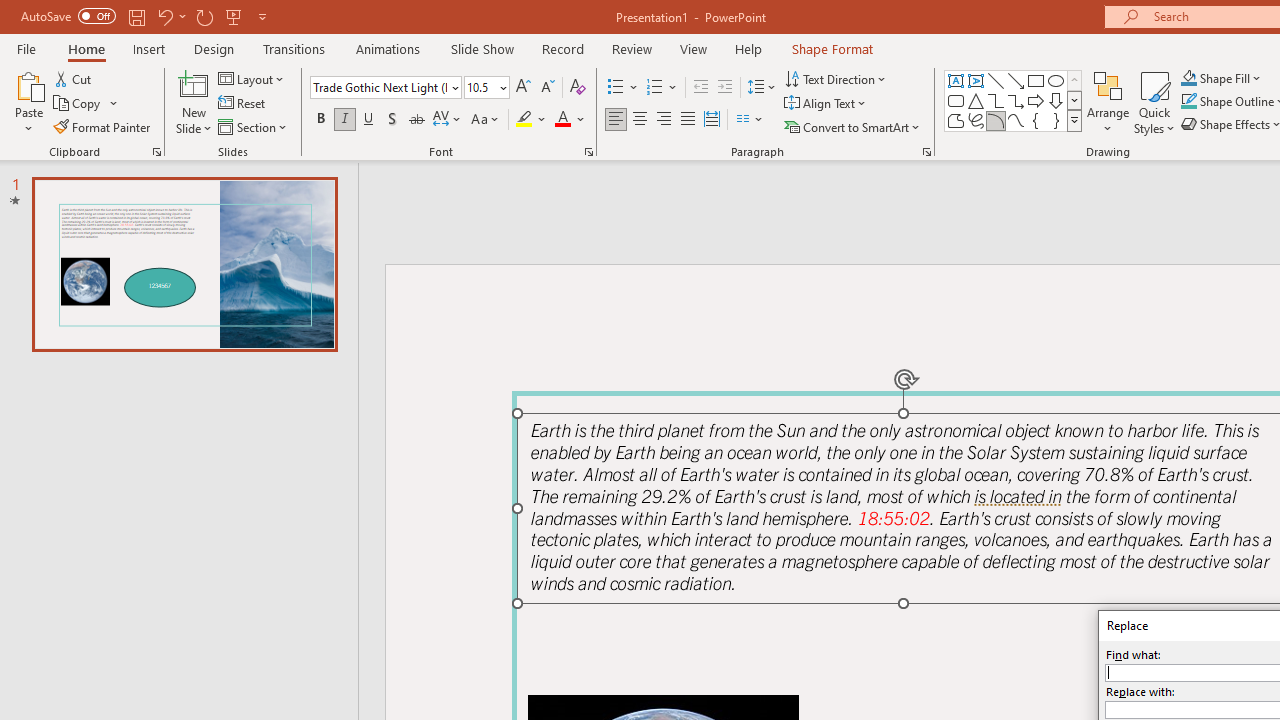 This screenshot has height=720, width=1280. I want to click on 'Shape Outline Teal, Accent 1', so click(1189, 101).